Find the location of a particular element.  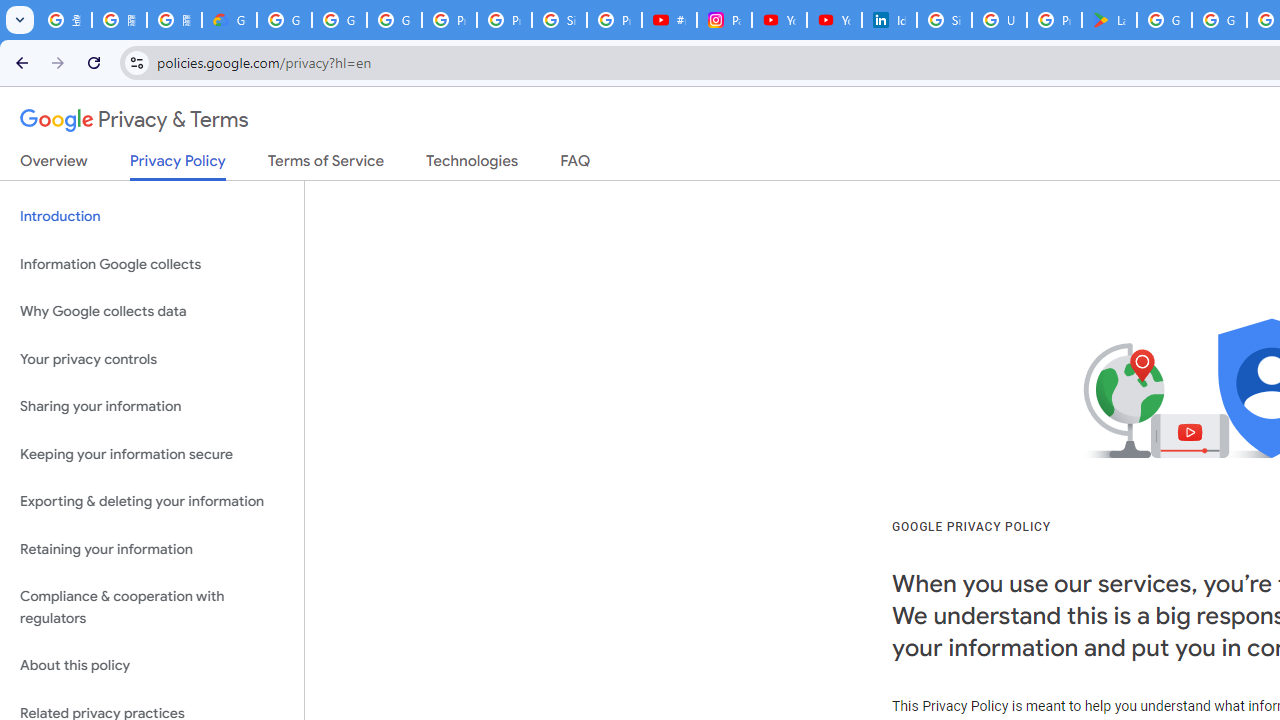

'Last Shelter: Survival - Apps on Google Play' is located at coordinates (1108, 20).